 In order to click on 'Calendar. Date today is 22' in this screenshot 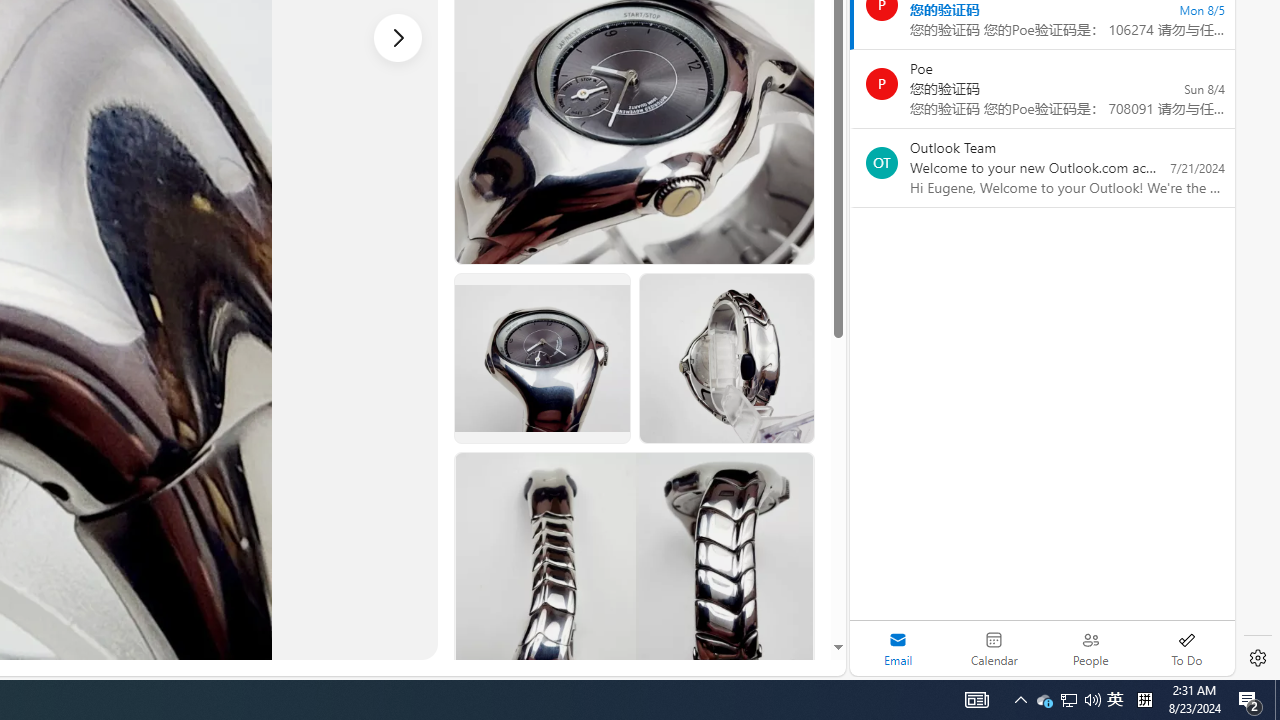, I will do `click(994, 648)`.